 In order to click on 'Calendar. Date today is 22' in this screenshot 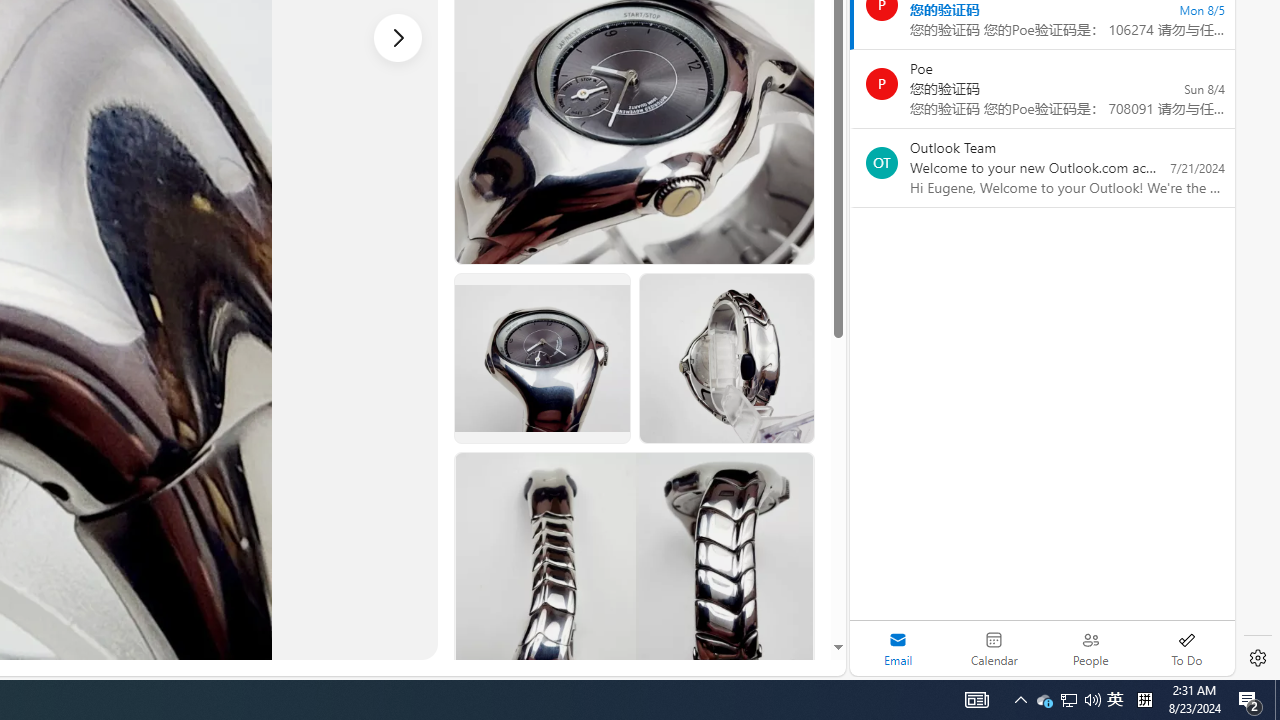, I will do `click(994, 648)`.